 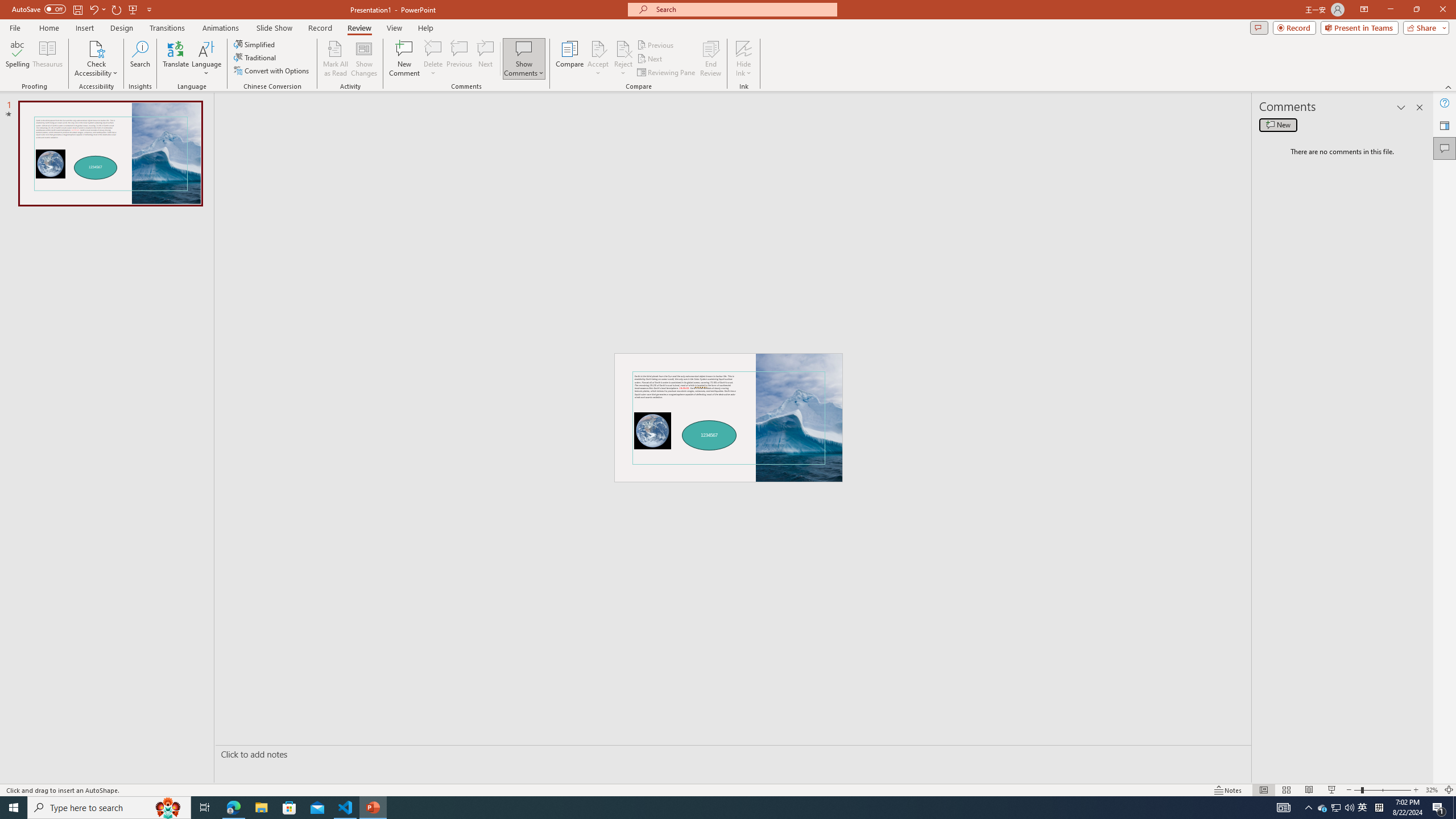 What do you see at coordinates (1277, 124) in the screenshot?
I see `'New comment'` at bounding box center [1277, 124].